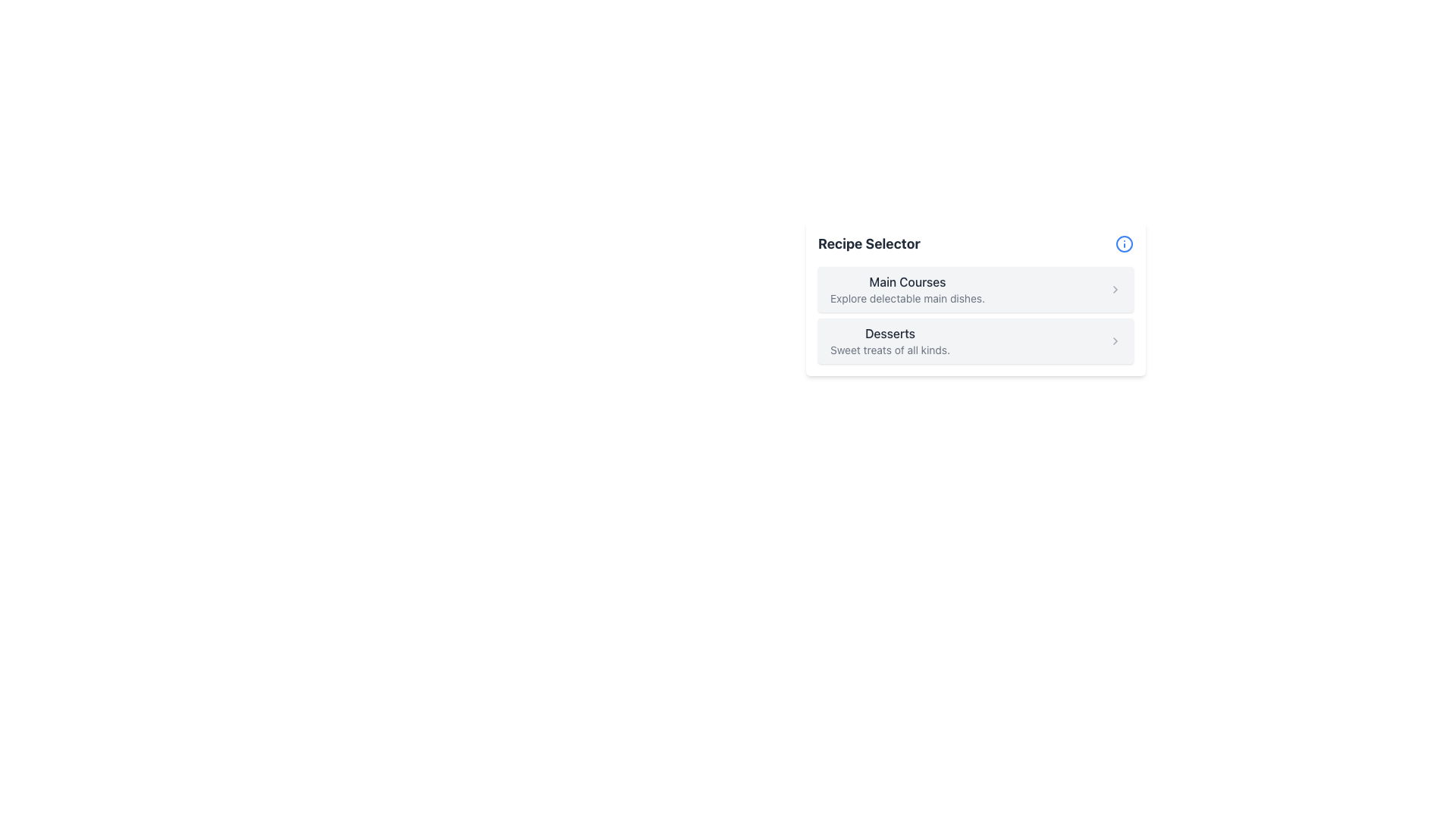 Image resolution: width=1456 pixels, height=819 pixels. Describe the element at coordinates (907, 298) in the screenshot. I see `the 'Subtitle' text located below the 'Main Courses' heading in the 'Recipe Selector' section` at that location.